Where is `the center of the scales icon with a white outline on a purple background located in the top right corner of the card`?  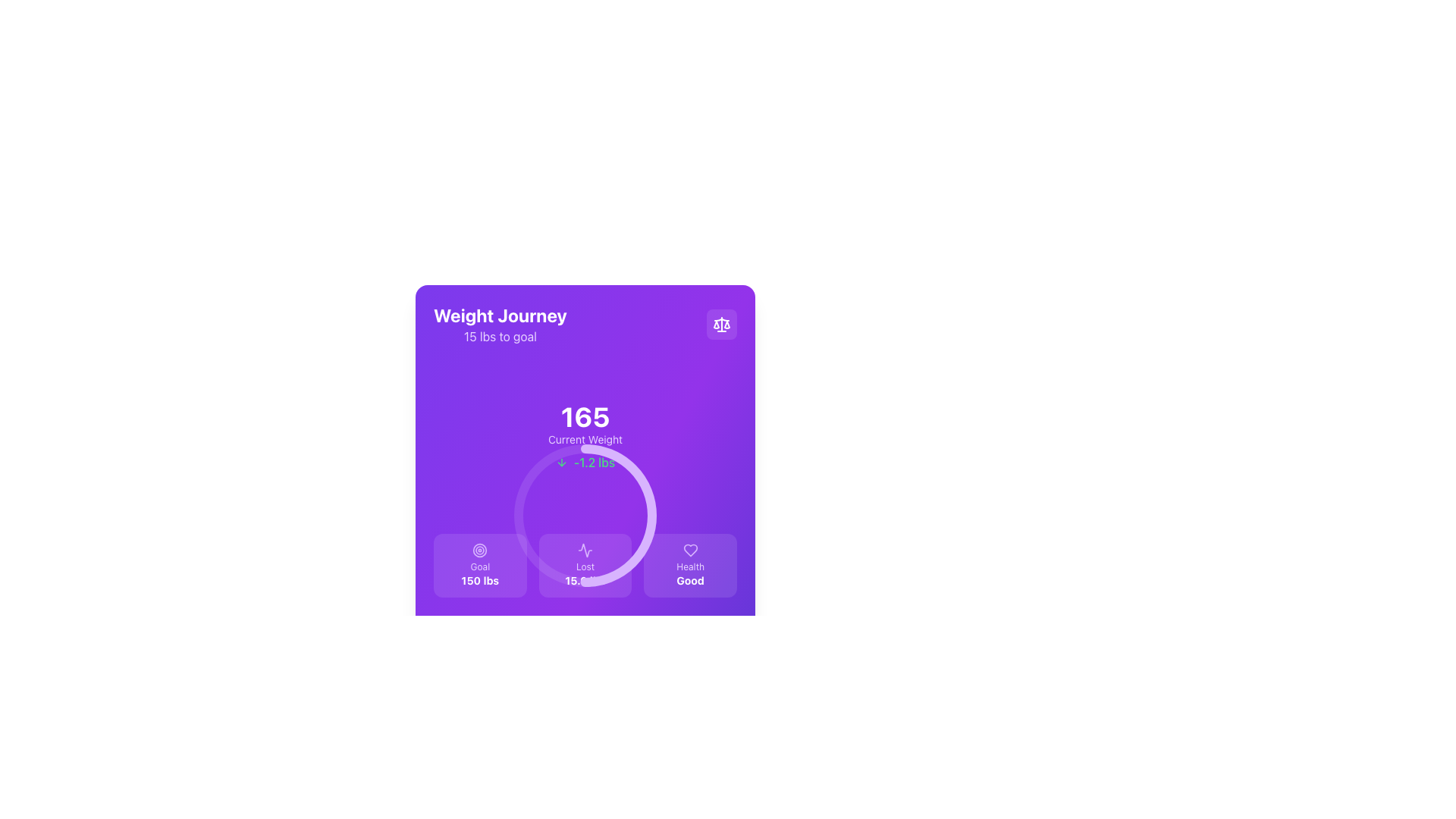 the center of the scales icon with a white outline on a purple background located in the top right corner of the card is located at coordinates (720, 324).